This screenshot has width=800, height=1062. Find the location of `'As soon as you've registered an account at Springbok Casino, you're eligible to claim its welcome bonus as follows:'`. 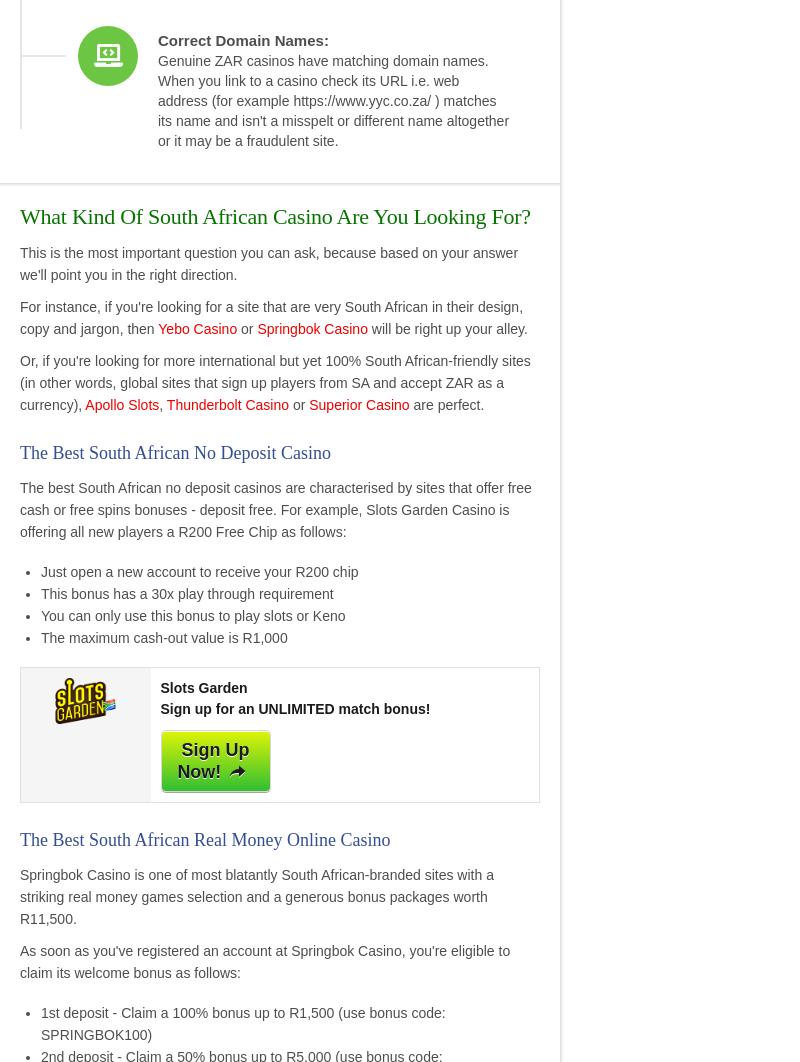

'As soon as you've registered an account at Springbok Casino, you're eligible to claim its welcome bonus as follows:' is located at coordinates (263, 960).